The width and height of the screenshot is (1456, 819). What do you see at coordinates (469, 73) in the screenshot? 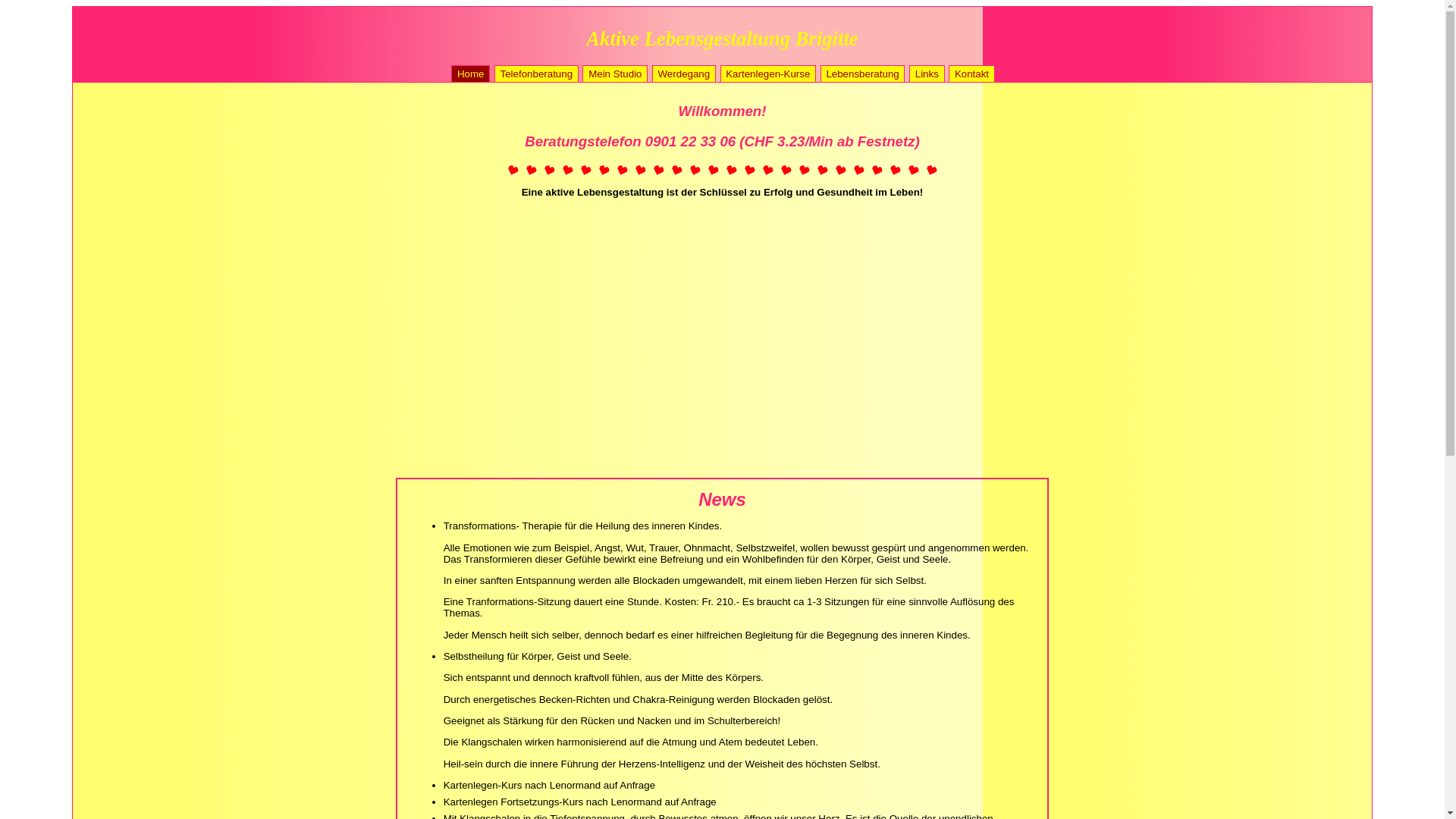
I see `'Home'` at bounding box center [469, 73].